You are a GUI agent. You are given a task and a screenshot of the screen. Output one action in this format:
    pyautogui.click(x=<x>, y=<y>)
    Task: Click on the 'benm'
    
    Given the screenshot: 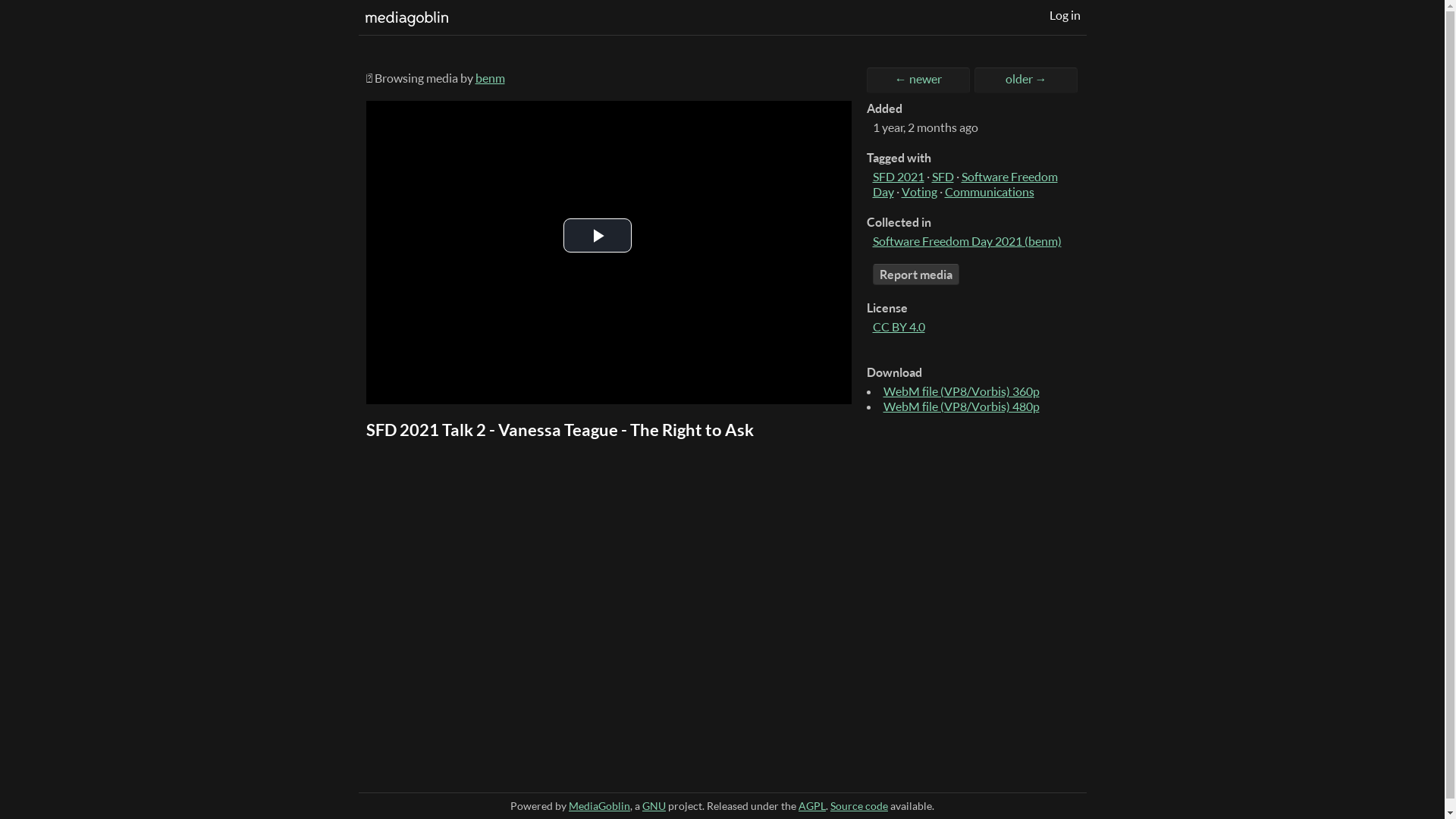 What is the action you would take?
    pyautogui.click(x=489, y=78)
    